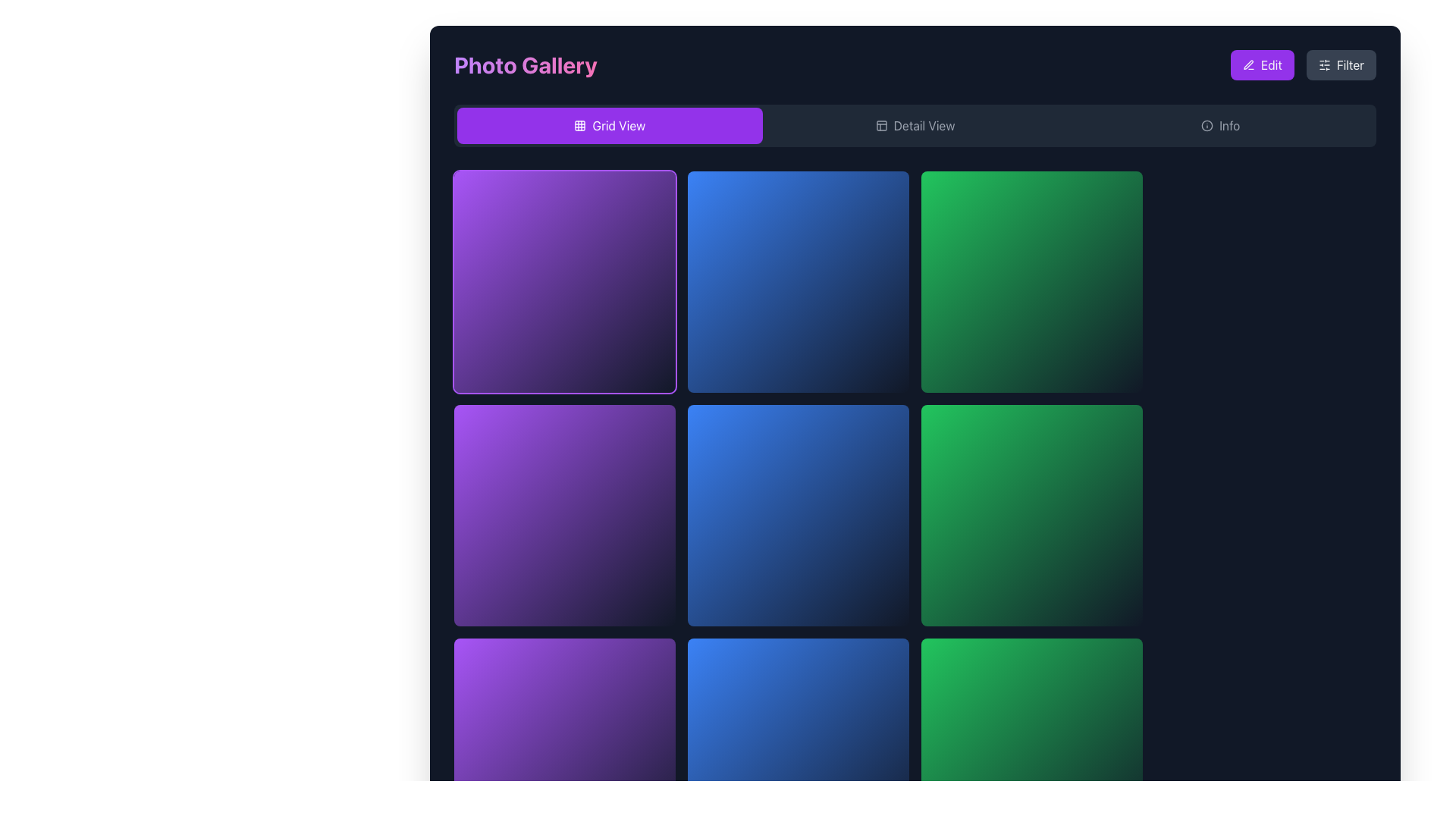  I want to click on the 'Grid View' button, which is a vibrant purple rectangular button with a white grid icon and white bold text, located at the top of the photo gallery interface, so click(610, 124).